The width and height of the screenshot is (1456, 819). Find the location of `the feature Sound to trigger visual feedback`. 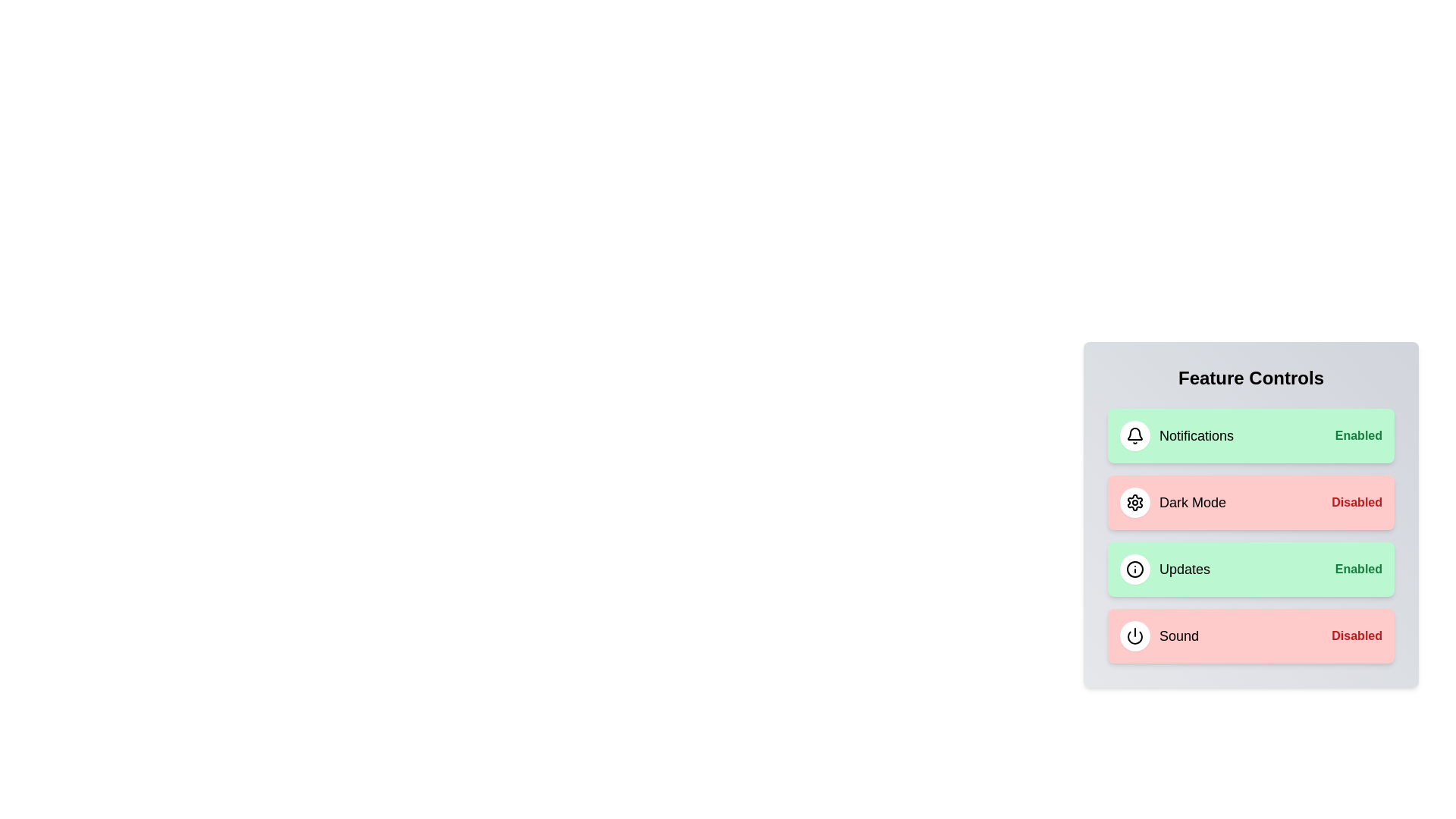

the feature Sound to trigger visual feedback is located at coordinates (1251, 636).